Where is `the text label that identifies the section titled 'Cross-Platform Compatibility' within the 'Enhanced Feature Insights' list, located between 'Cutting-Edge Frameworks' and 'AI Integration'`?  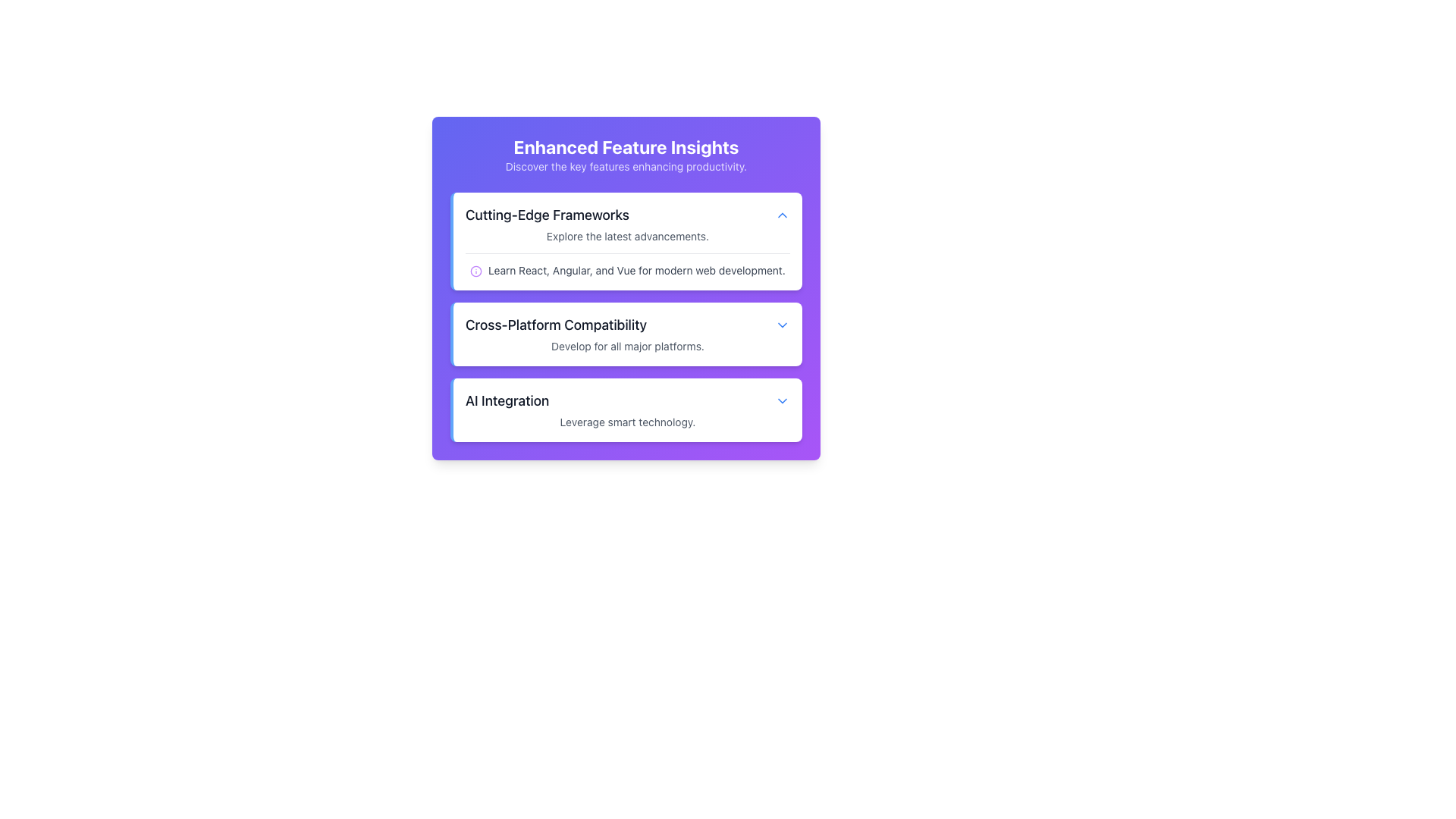
the text label that identifies the section titled 'Cross-Platform Compatibility' within the 'Enhanced Feature Insights' list, located between 'Cutting-Edge Frameworks' and 'AI Integration' is located at coordinates (555, 324).